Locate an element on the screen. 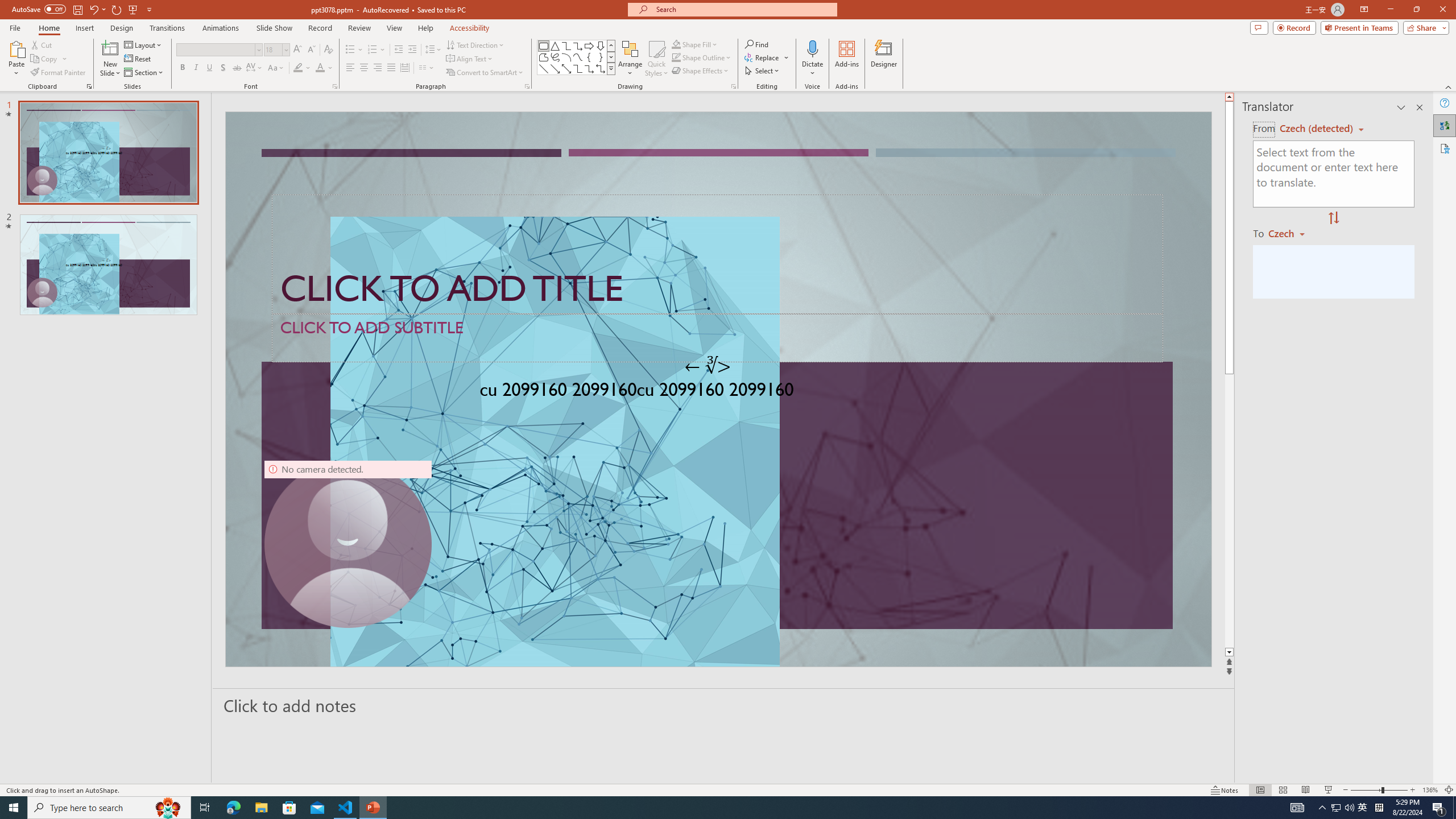 The height and width of the screenshot is (819, 1456). 'Connector: Elbow Double-Arrow' is located at coordinates (600, 68).